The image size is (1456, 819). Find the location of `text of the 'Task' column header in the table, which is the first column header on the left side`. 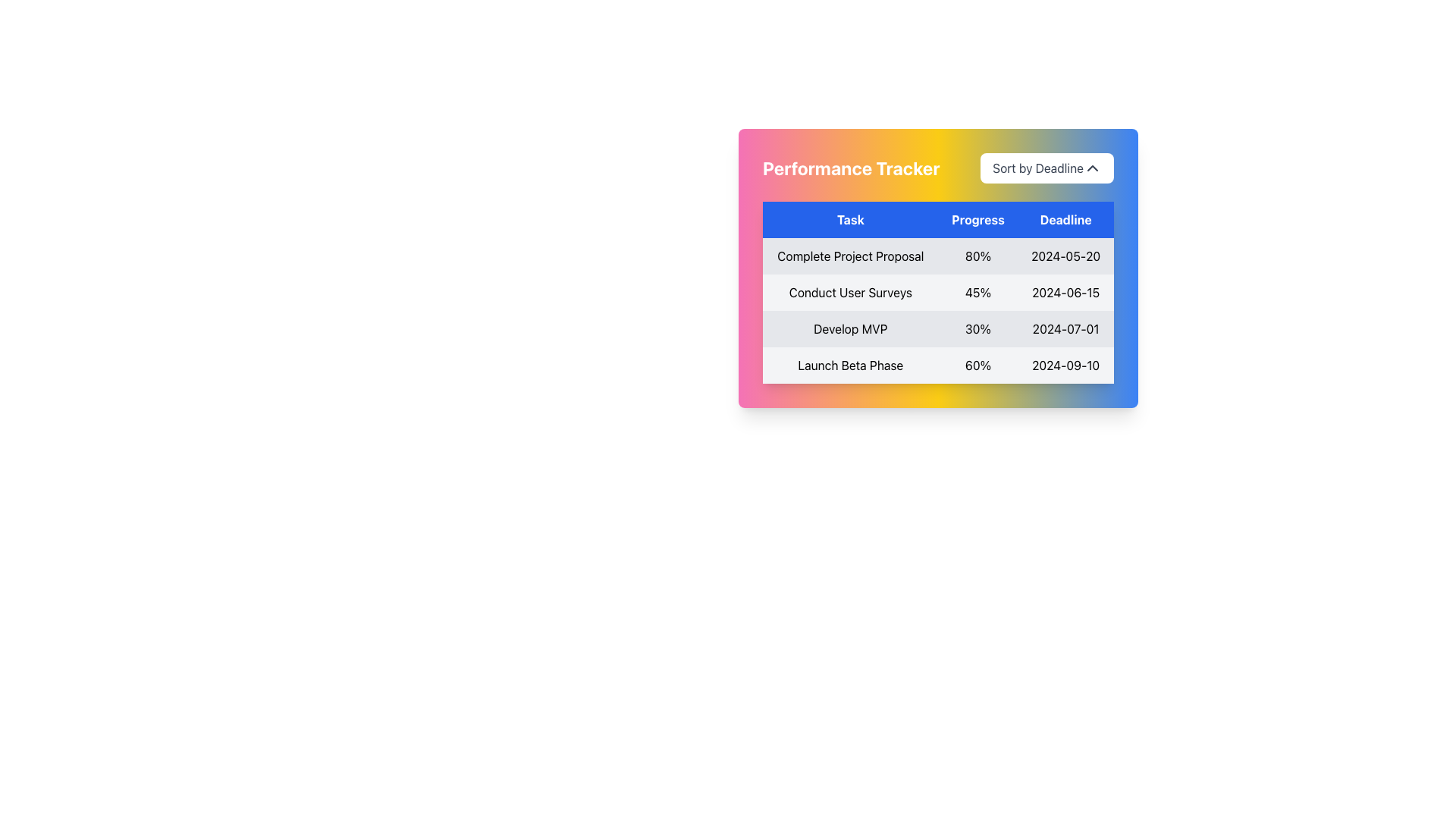

text of the 'Task' column header in the table, which is the first column header on the left side is located at coordinates (850, 219).